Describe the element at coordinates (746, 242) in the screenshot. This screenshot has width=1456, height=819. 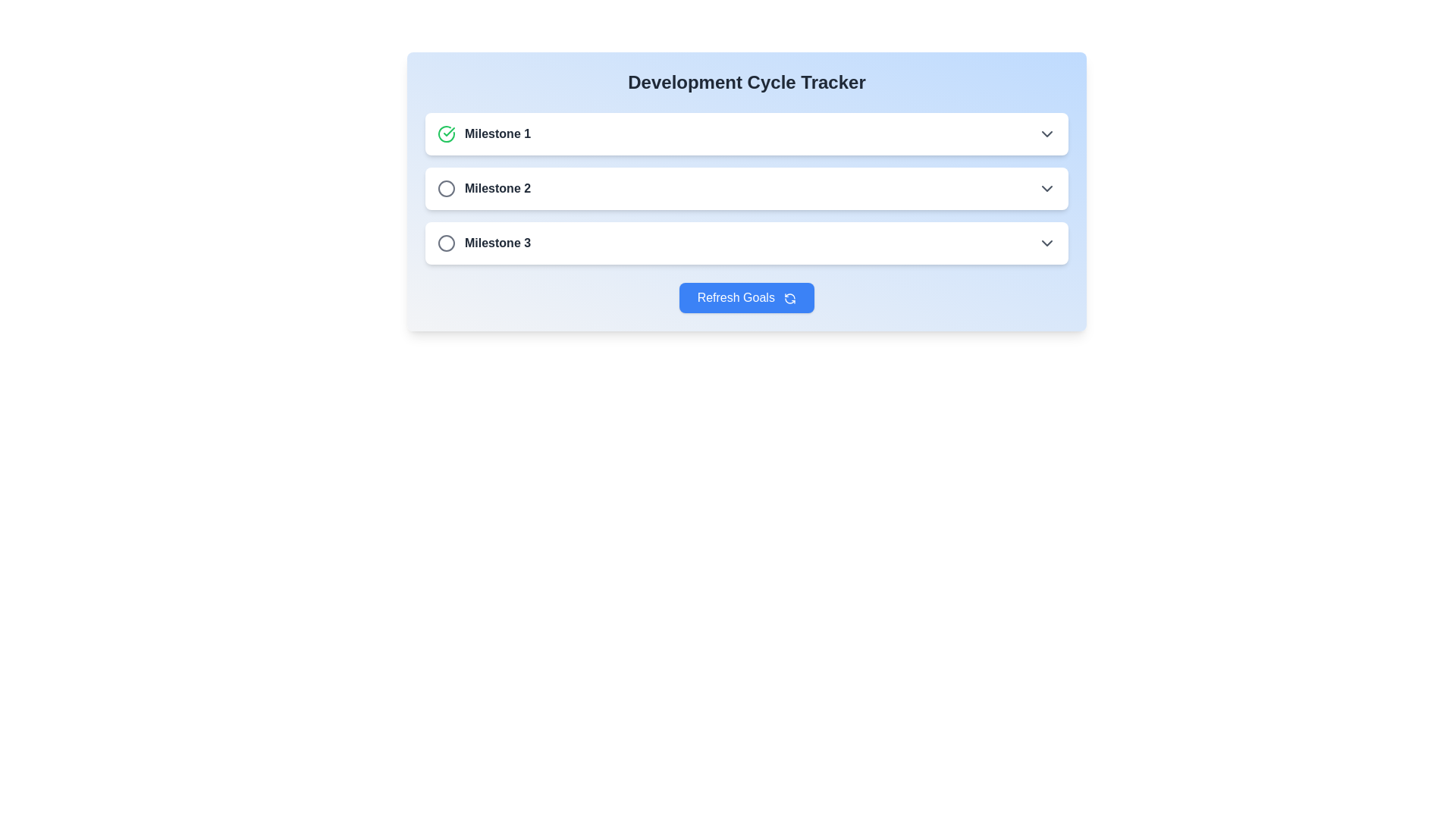
I see `the list item labeled 'Milestone 3'` at that location.